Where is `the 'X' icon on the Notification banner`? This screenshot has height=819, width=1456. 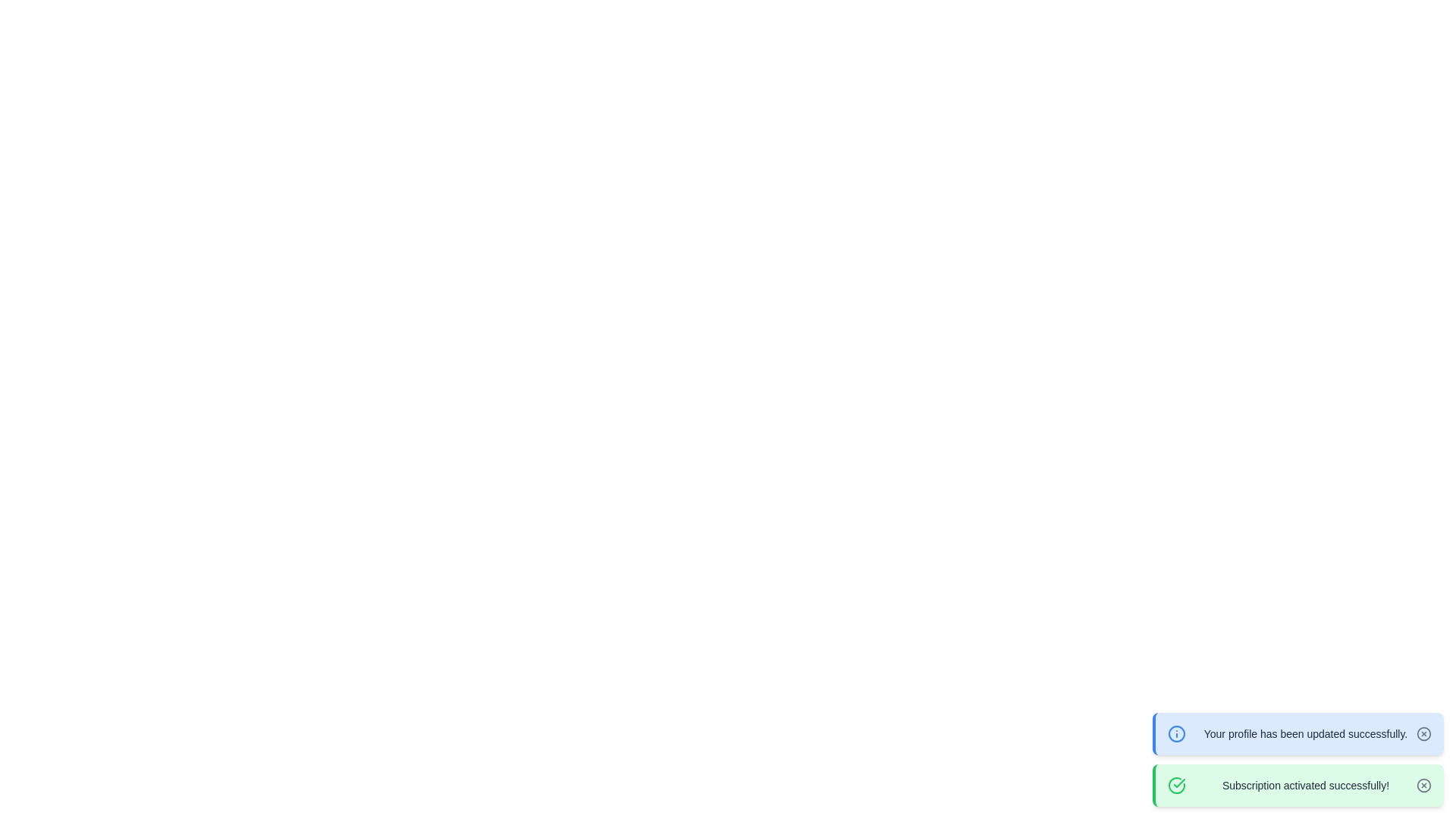
the 'X' icon on the Notification banner is located at coordinates (1298, 733).